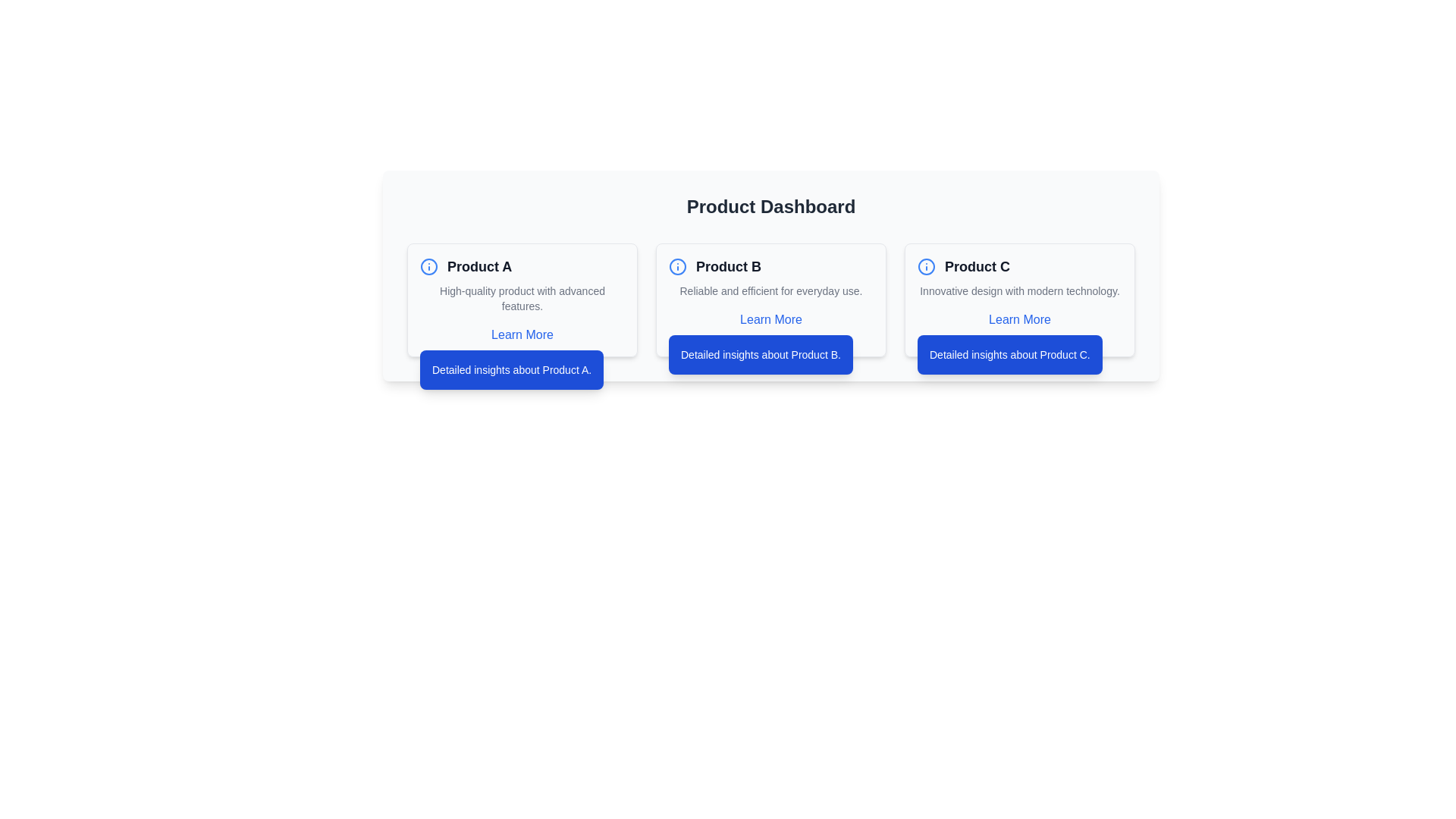 This screenshot has width=1456, height=819. What do you see at coordinates (771, 207) in the screenshot?
I see `the bold, large-sized heading text reading 'Product Dashboard'` at bounding box center [771, 207].